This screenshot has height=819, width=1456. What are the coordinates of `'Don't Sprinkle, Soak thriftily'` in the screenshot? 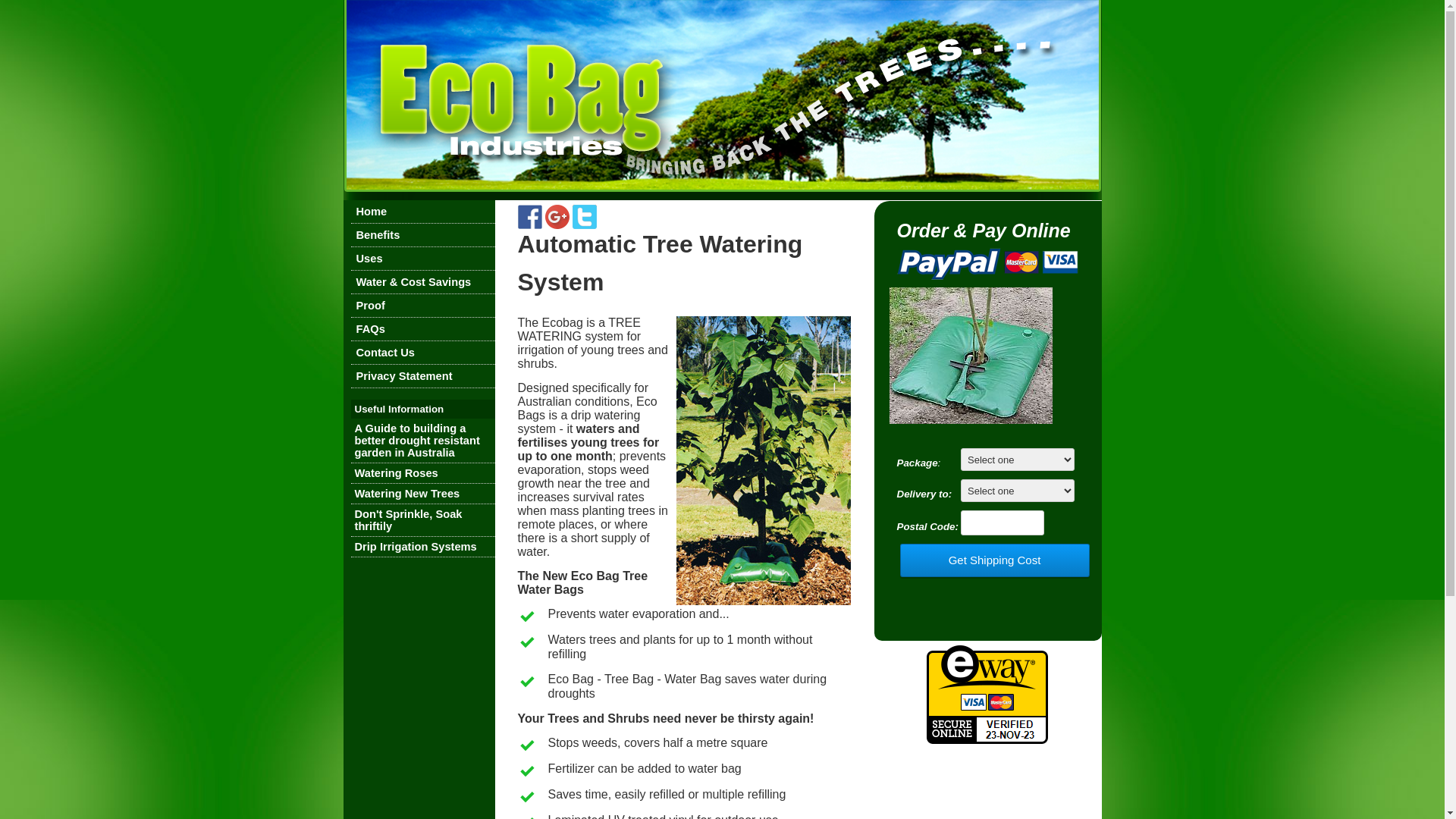 It's located at (408, 519).